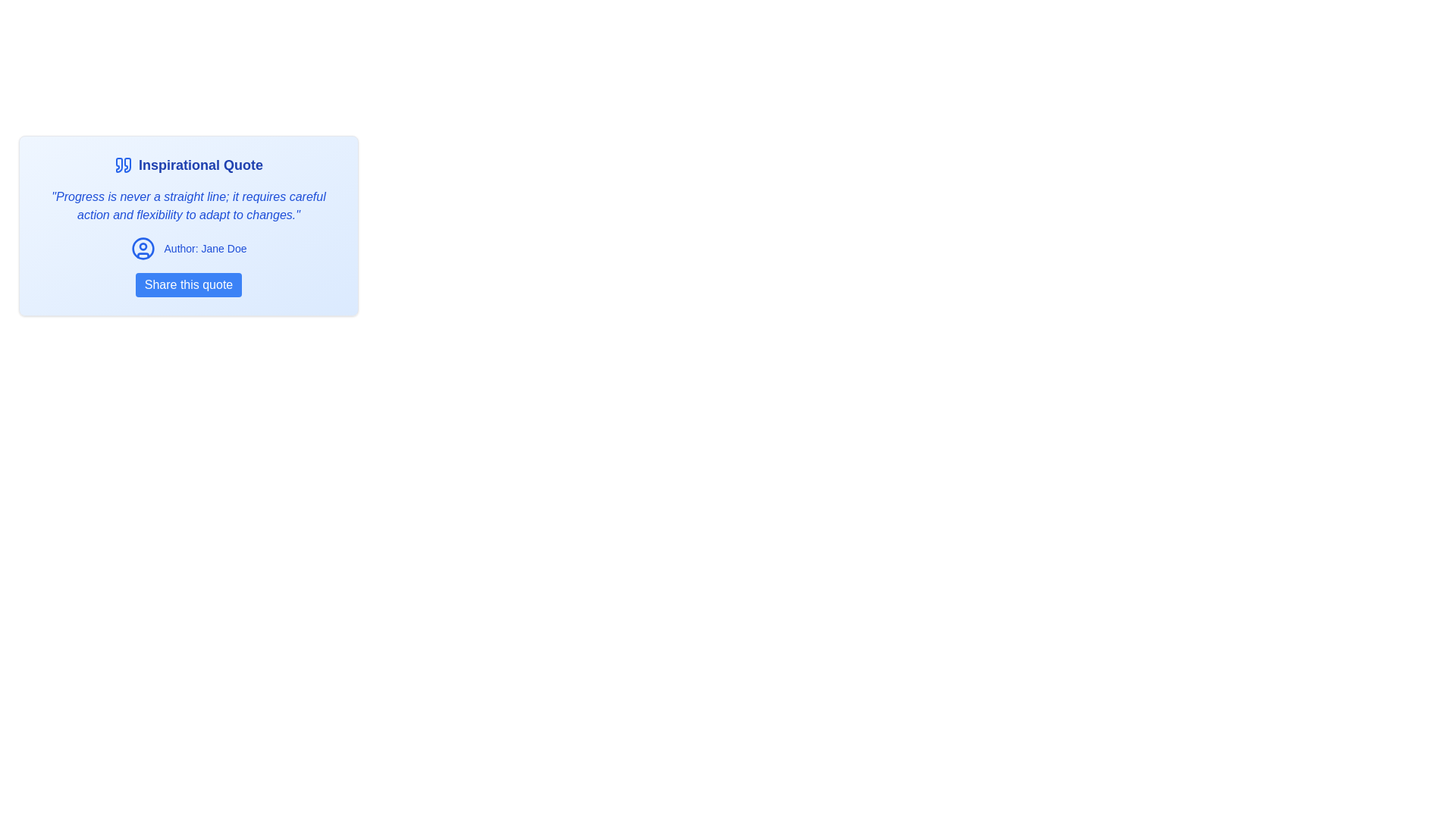  Describe the element at coordinates (199, 165) in the screenshot. I see `text from the Text Label located in the middle-top section of the card-like component, which is adjacent to a decorative icon and above a descriptive text block` at that location.